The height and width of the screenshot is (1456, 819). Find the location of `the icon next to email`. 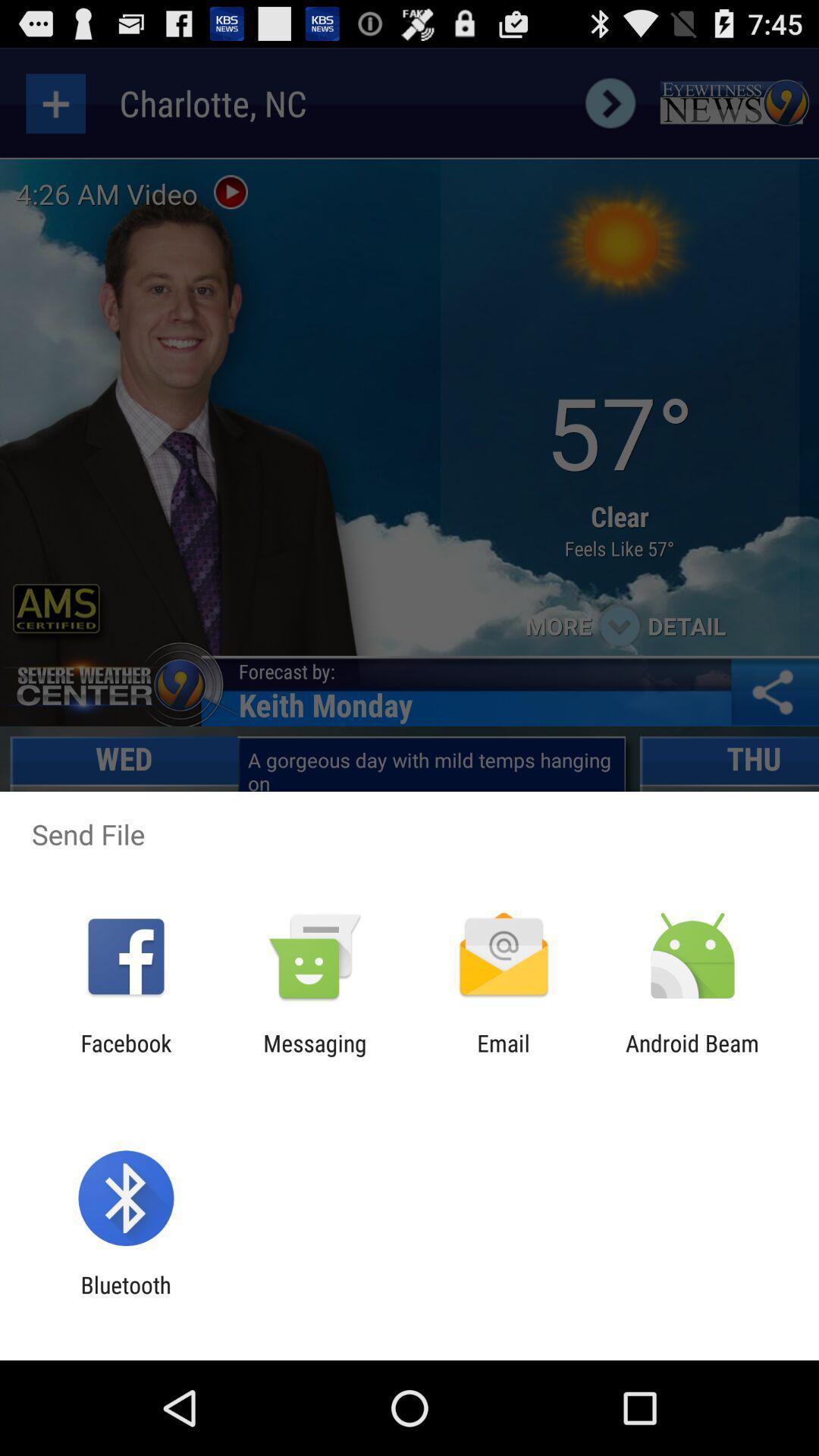

the icon next to email is located at coordinates (314, 1056).